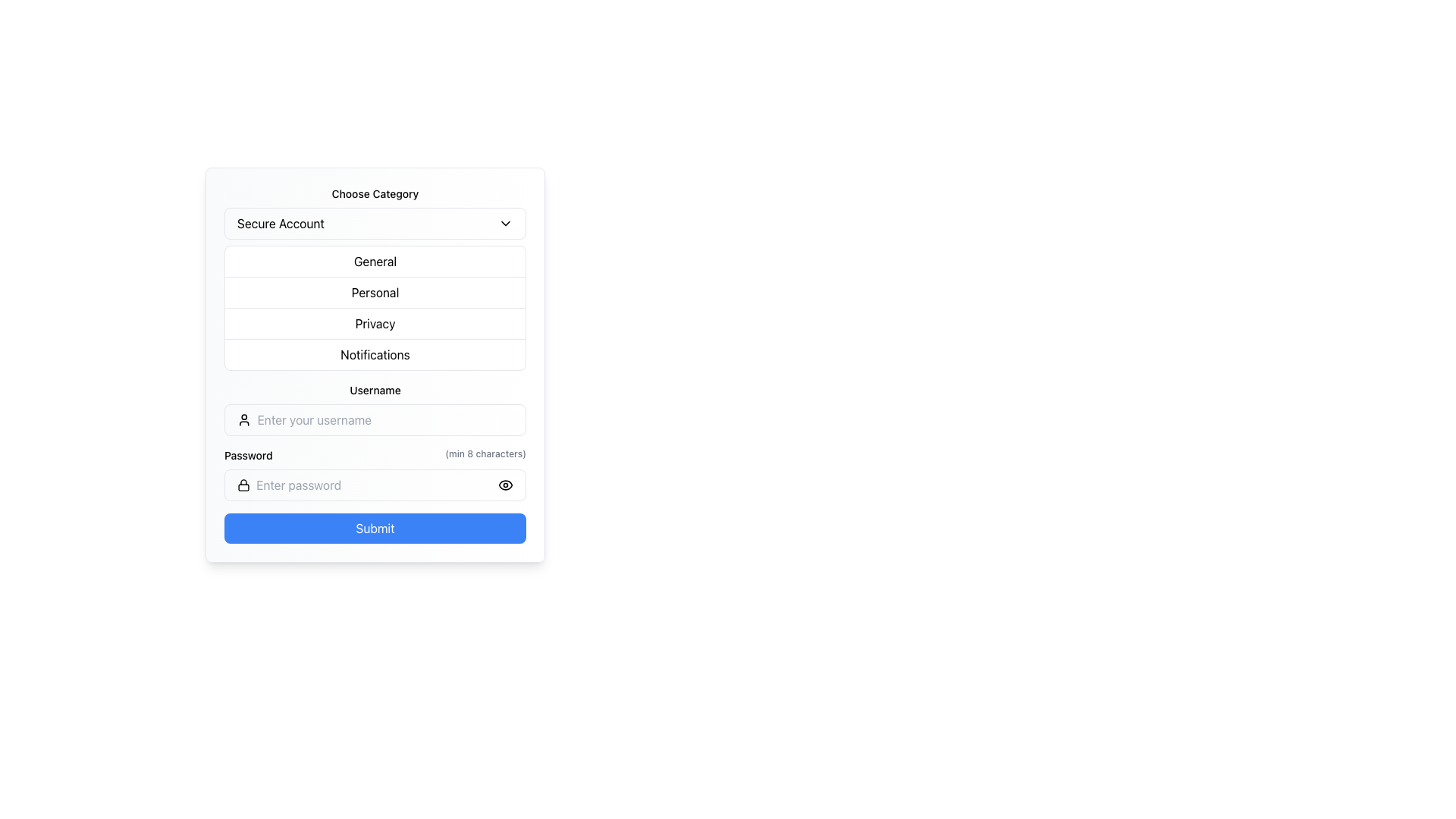  I want to click on instructional text label indicating that the password must have a minimum length of 8 characters, located to the right of the main 'Password' label in the form, so click(485, 455).